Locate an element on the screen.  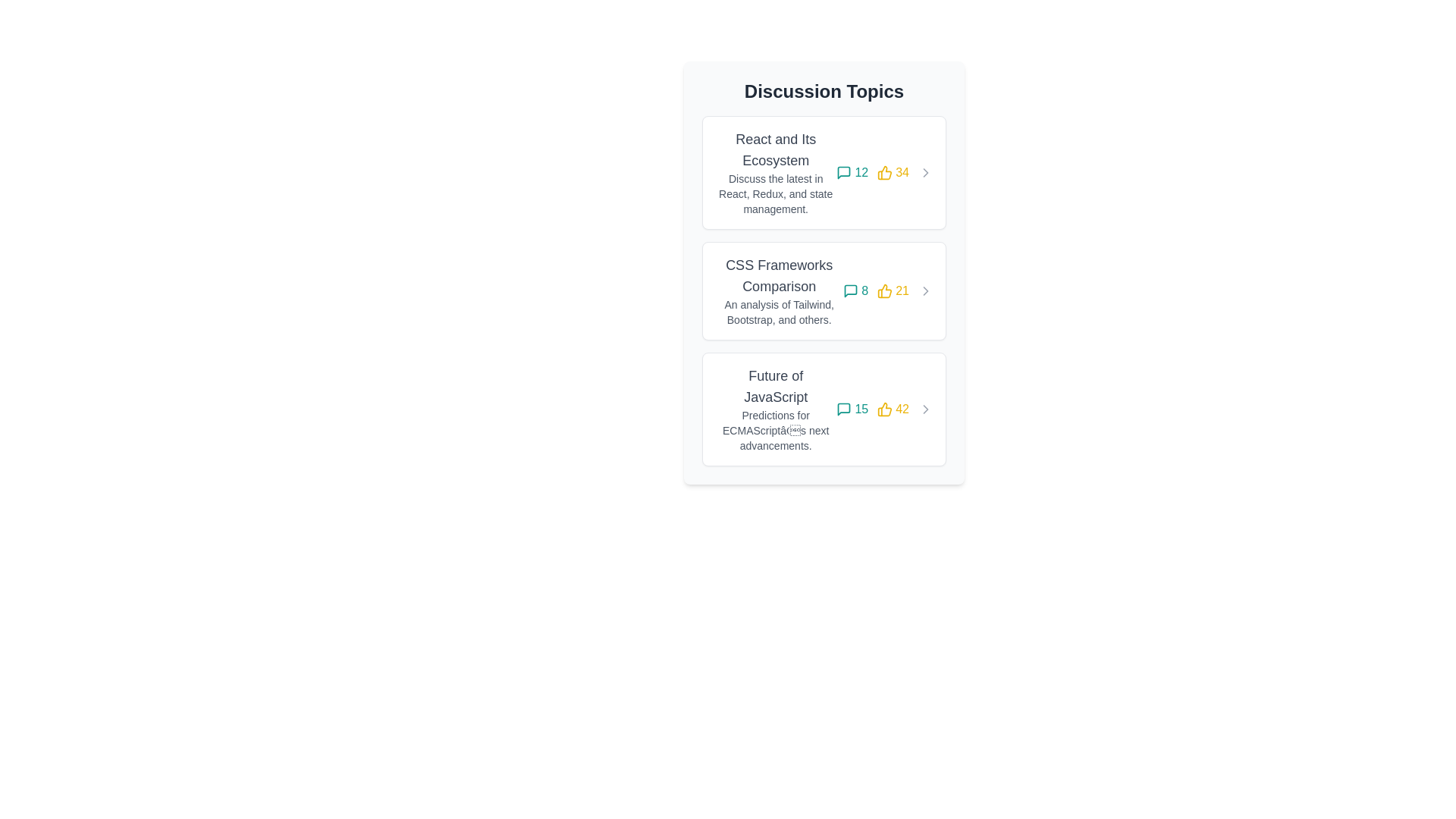
the gray right-arrow icon, which is the last item in a horizontal arrangement is located at coordinates (924, 171).